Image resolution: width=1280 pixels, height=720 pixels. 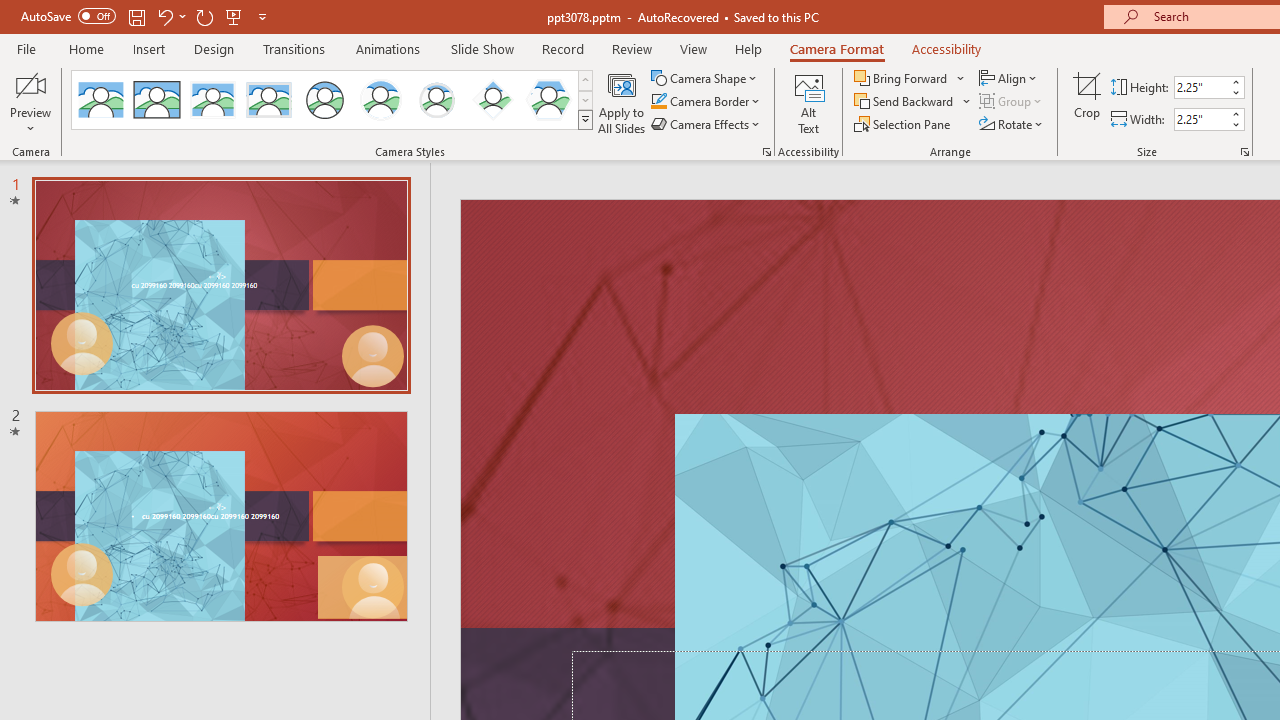 I want to click on 'Center Shadow Circle', so click(x=381, y=100).